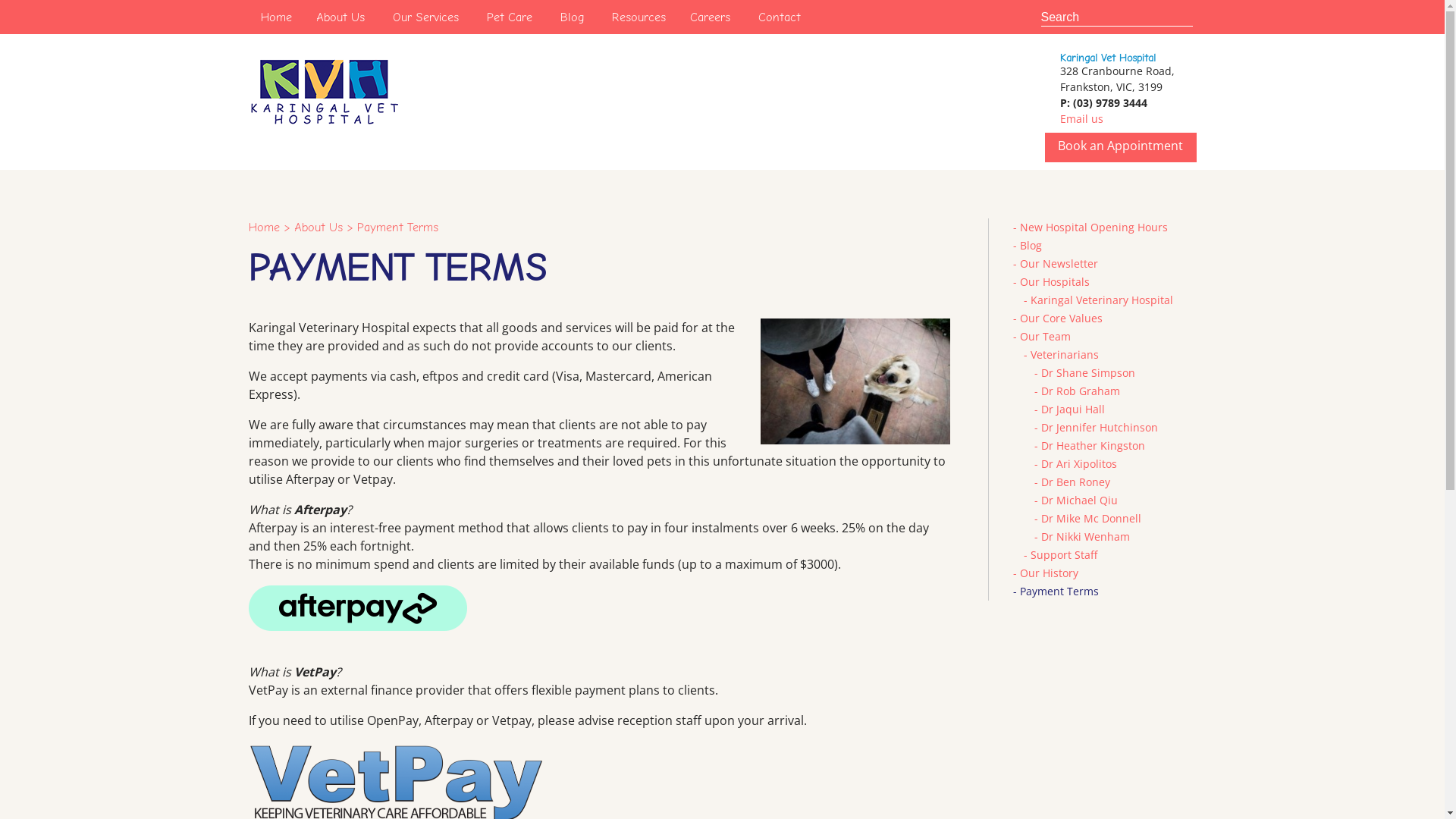  What do you see at coordinates (1059, 317) in the screenshot?
I see `'Our Core Values'` at bounding box center [1059, 317].